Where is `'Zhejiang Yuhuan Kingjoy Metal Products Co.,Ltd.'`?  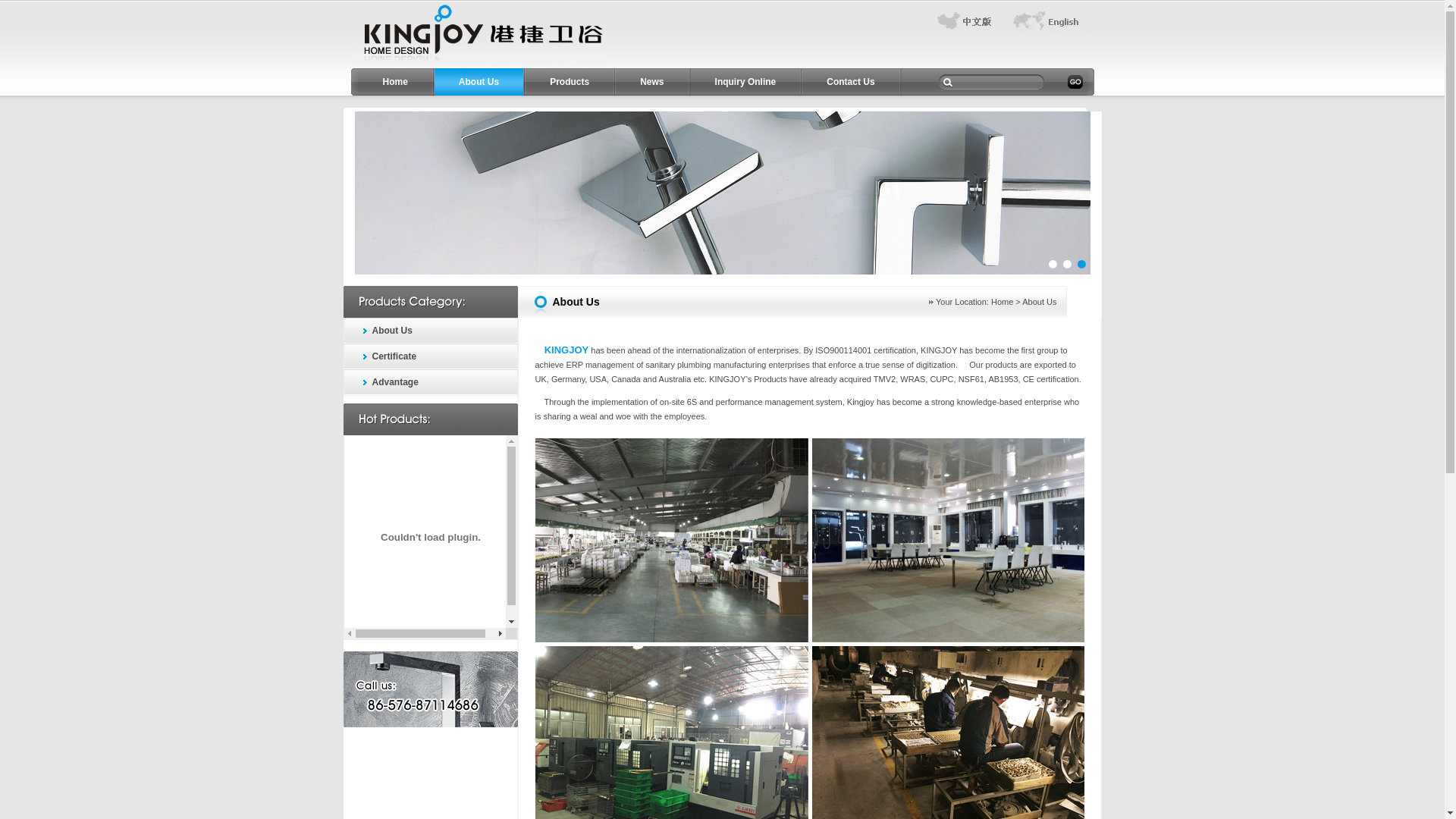 'Zhejiang Yuhuan Kingjoy Metal Products Co.,Ltd.' is located at coordinates (477, 64).